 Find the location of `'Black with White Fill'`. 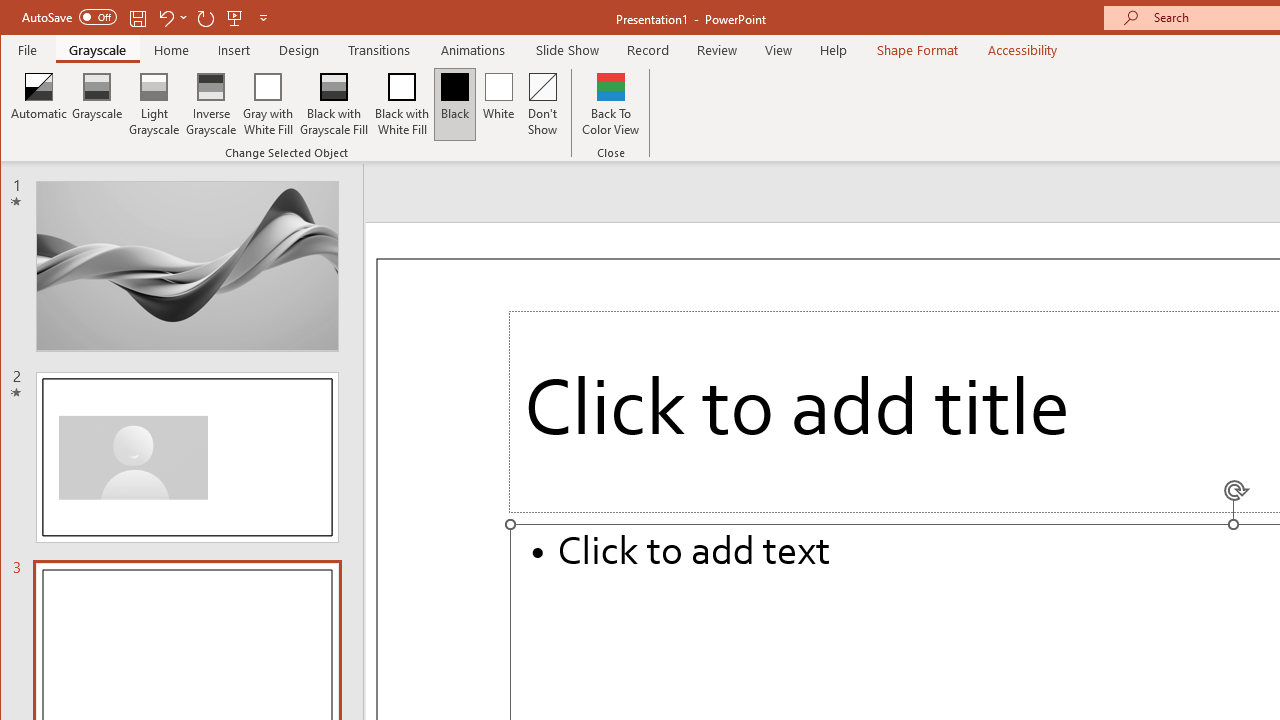

'Black with White Fill' is located at coordinates (401, 104).